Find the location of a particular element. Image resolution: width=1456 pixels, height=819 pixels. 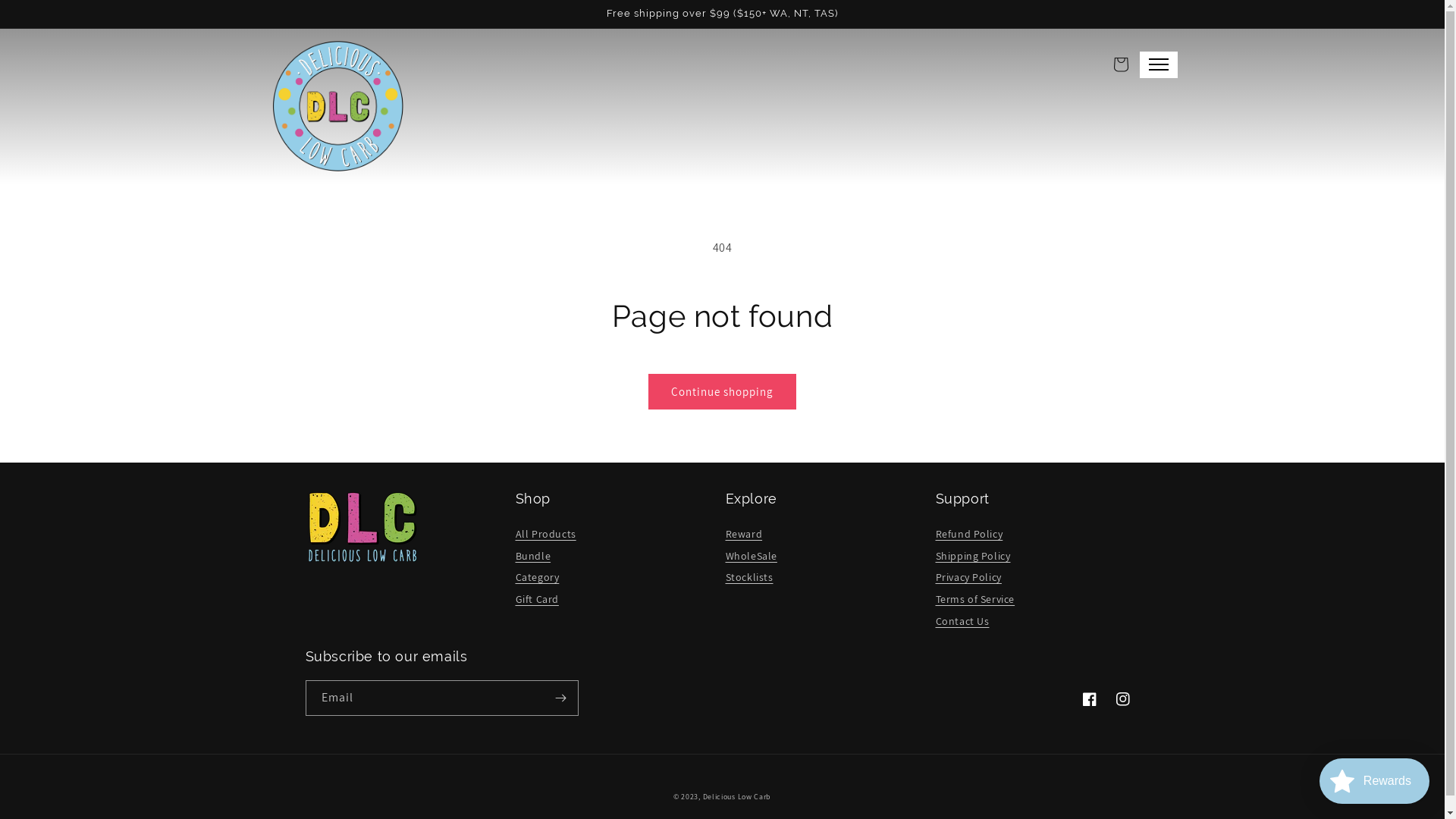

'Contact Us' is located at coordinates (962, 621).